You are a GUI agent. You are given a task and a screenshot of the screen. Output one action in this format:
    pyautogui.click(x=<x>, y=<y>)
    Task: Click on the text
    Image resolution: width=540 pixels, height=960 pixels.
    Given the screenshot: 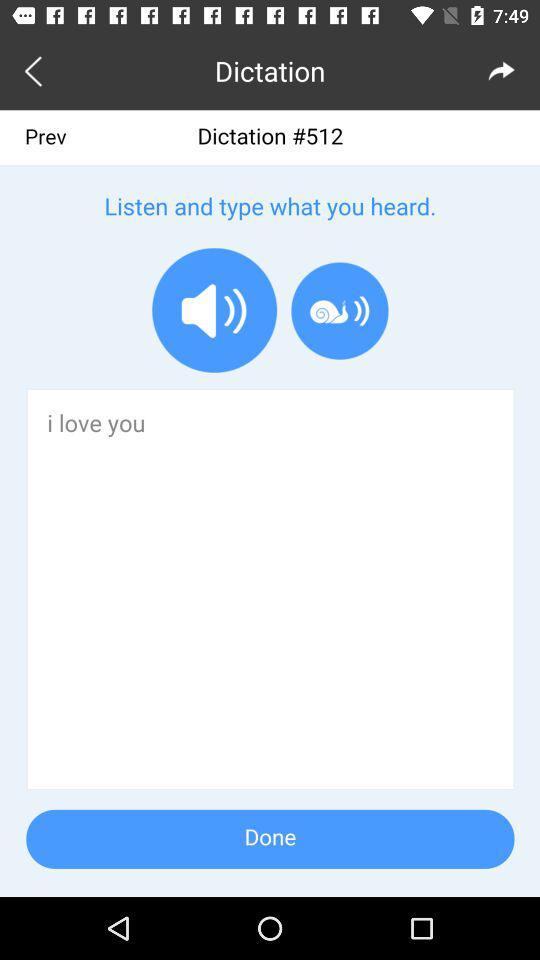 What is the action you would take?
    pyautogui.click(x=270, y=502)
    